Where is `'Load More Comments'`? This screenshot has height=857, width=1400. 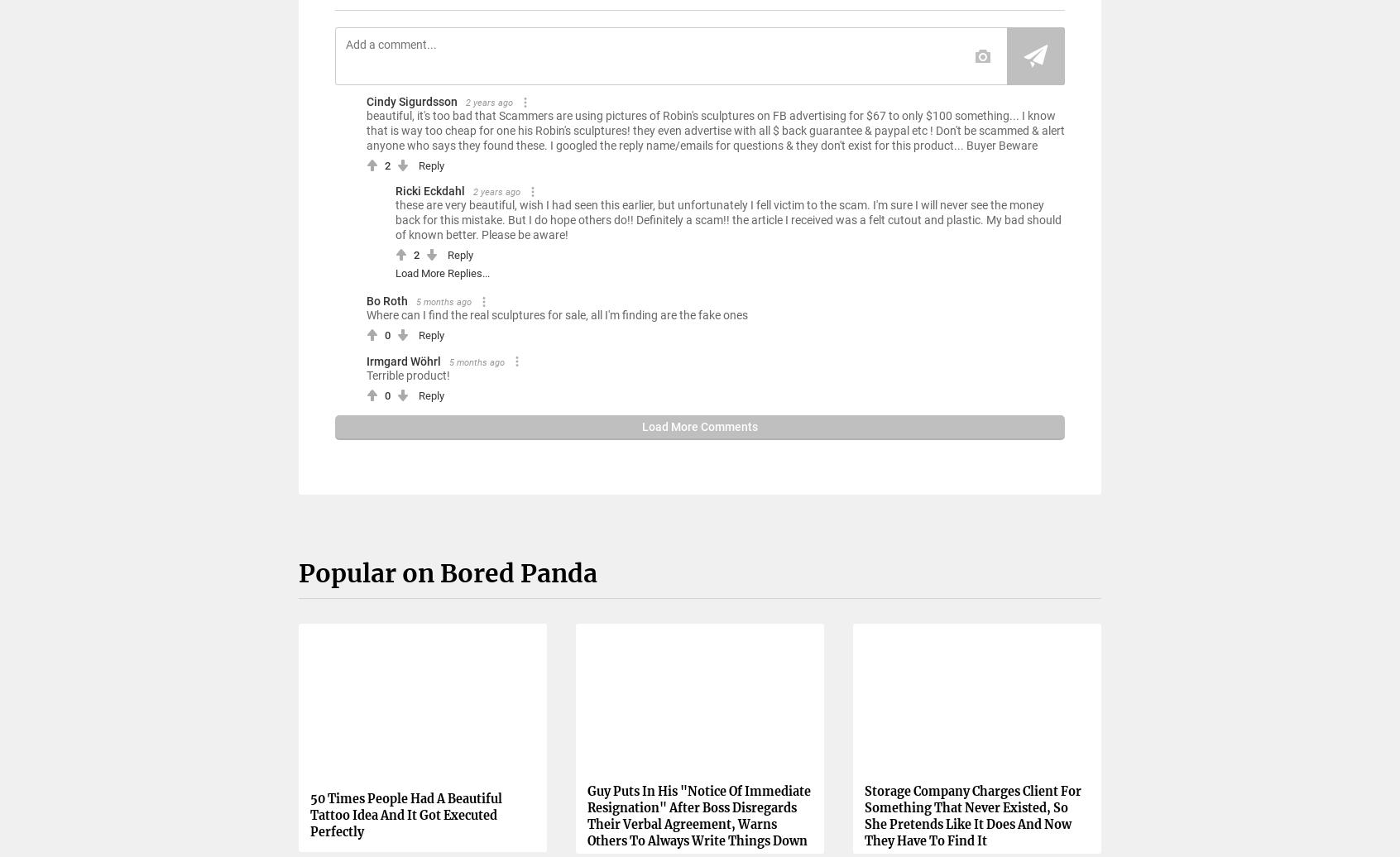 'Load More Comments' is located at coordinates (700, 425).